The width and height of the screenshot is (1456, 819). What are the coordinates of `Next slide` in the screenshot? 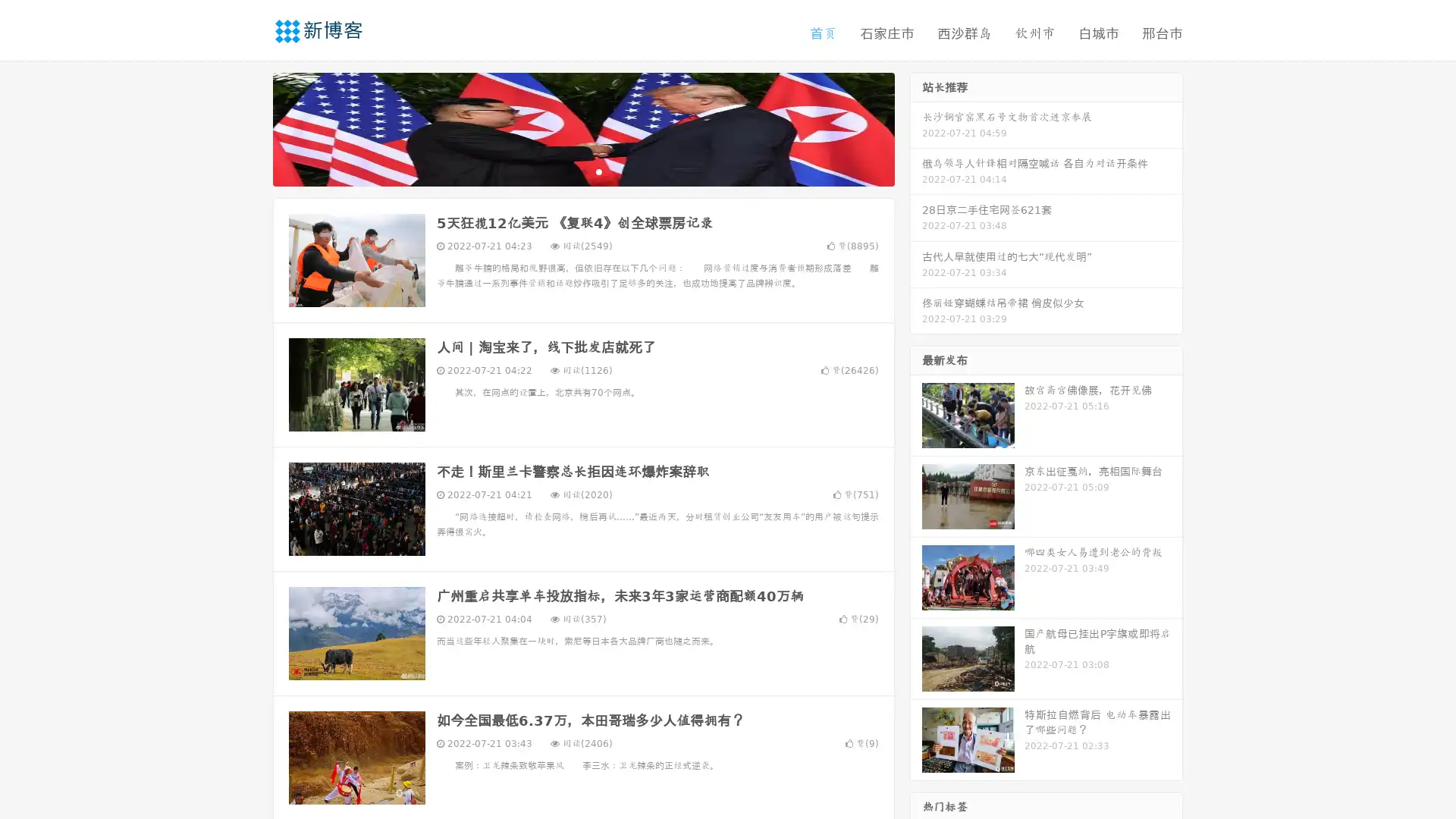 It's located at (916, 127).